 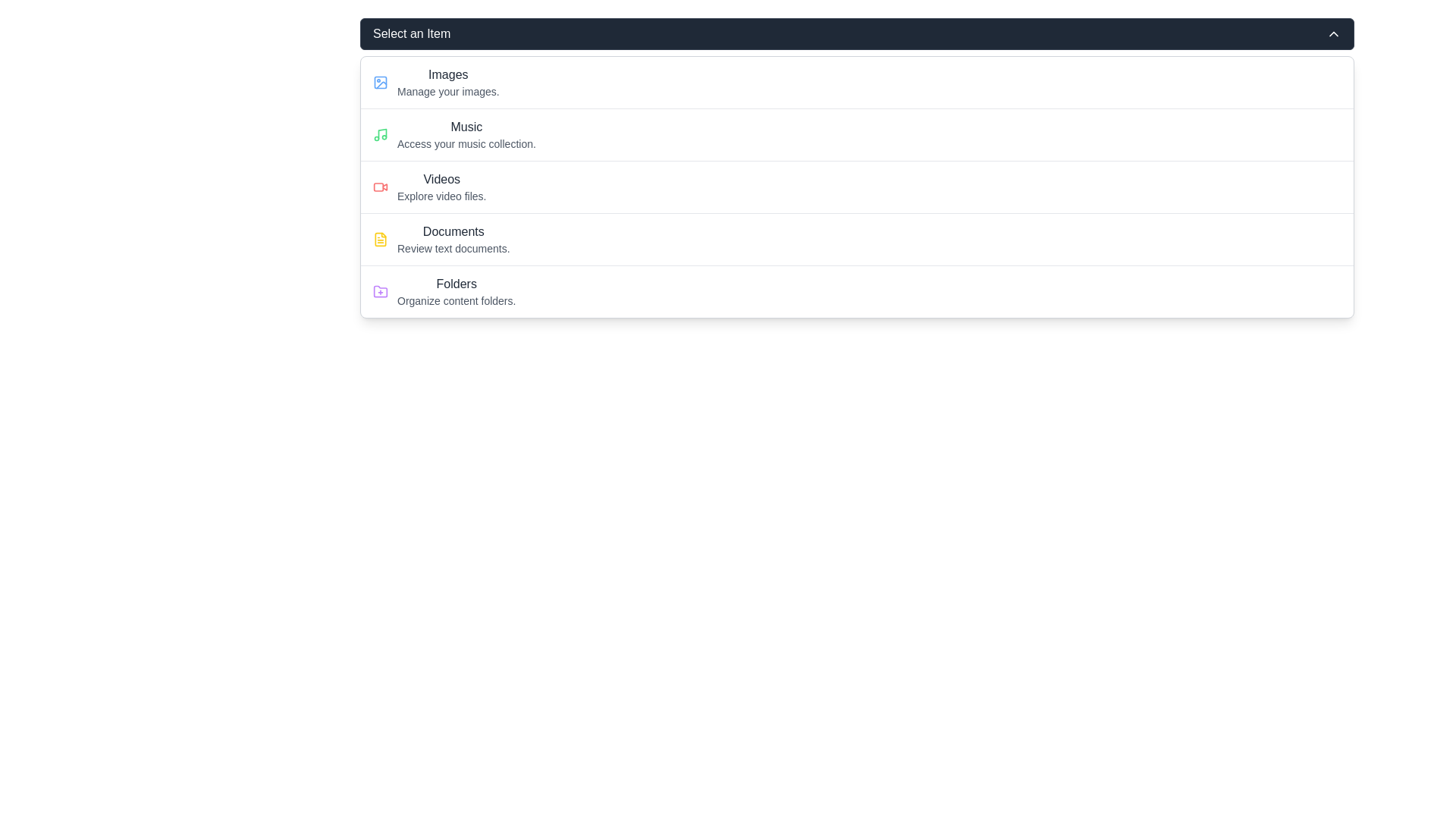 What do you see at coordinates (456, 301) in the screenshot?
I see `the text label that reads 'Organize content folders.' which is styled in a smaller gray font and located below the 'Folders' heading in the vertically stacked menu` at bounding box center [456, 301].